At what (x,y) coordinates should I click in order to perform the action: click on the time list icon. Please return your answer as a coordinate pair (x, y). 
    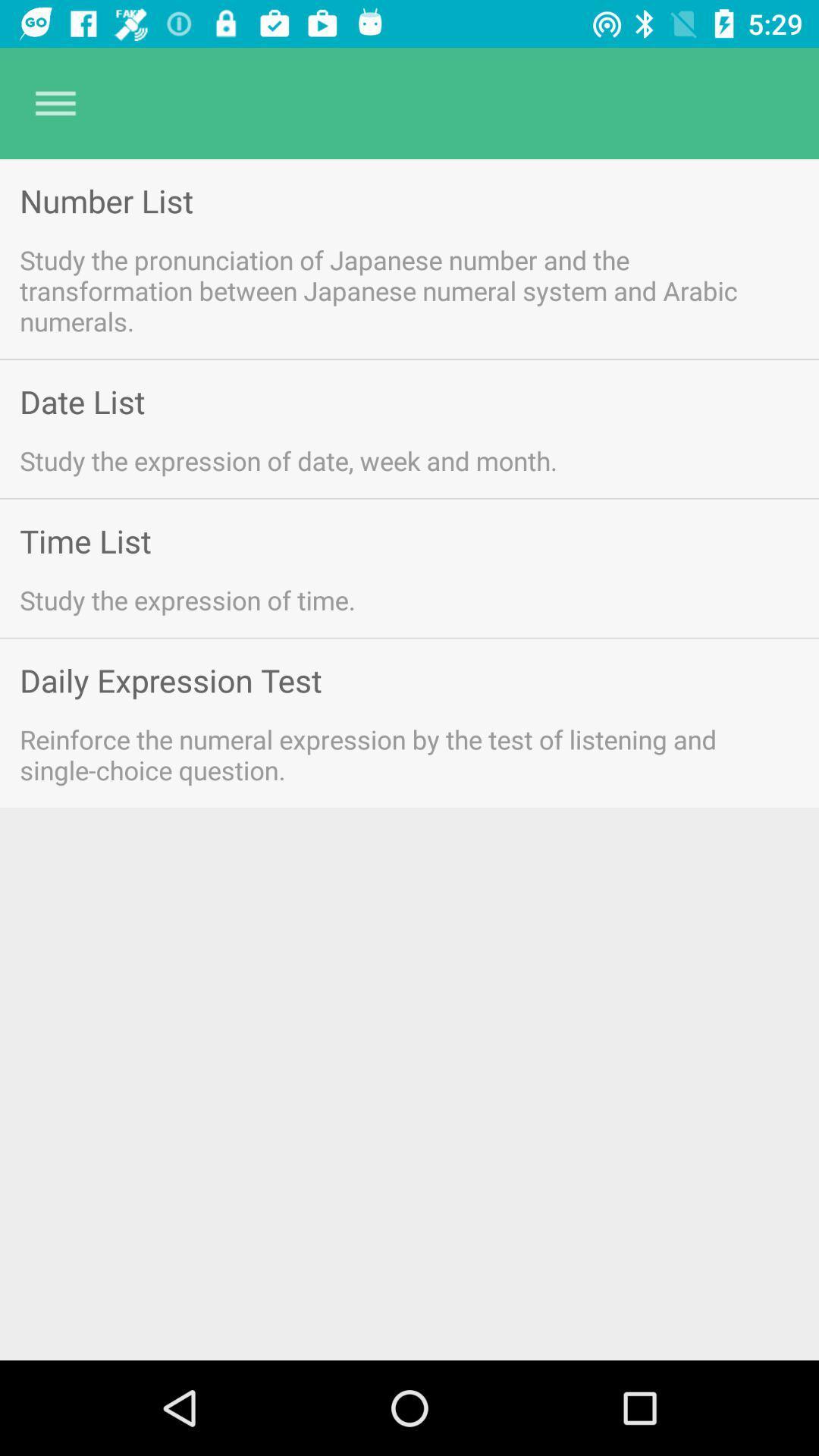
    Looking at the image, I should click on (85, 541).